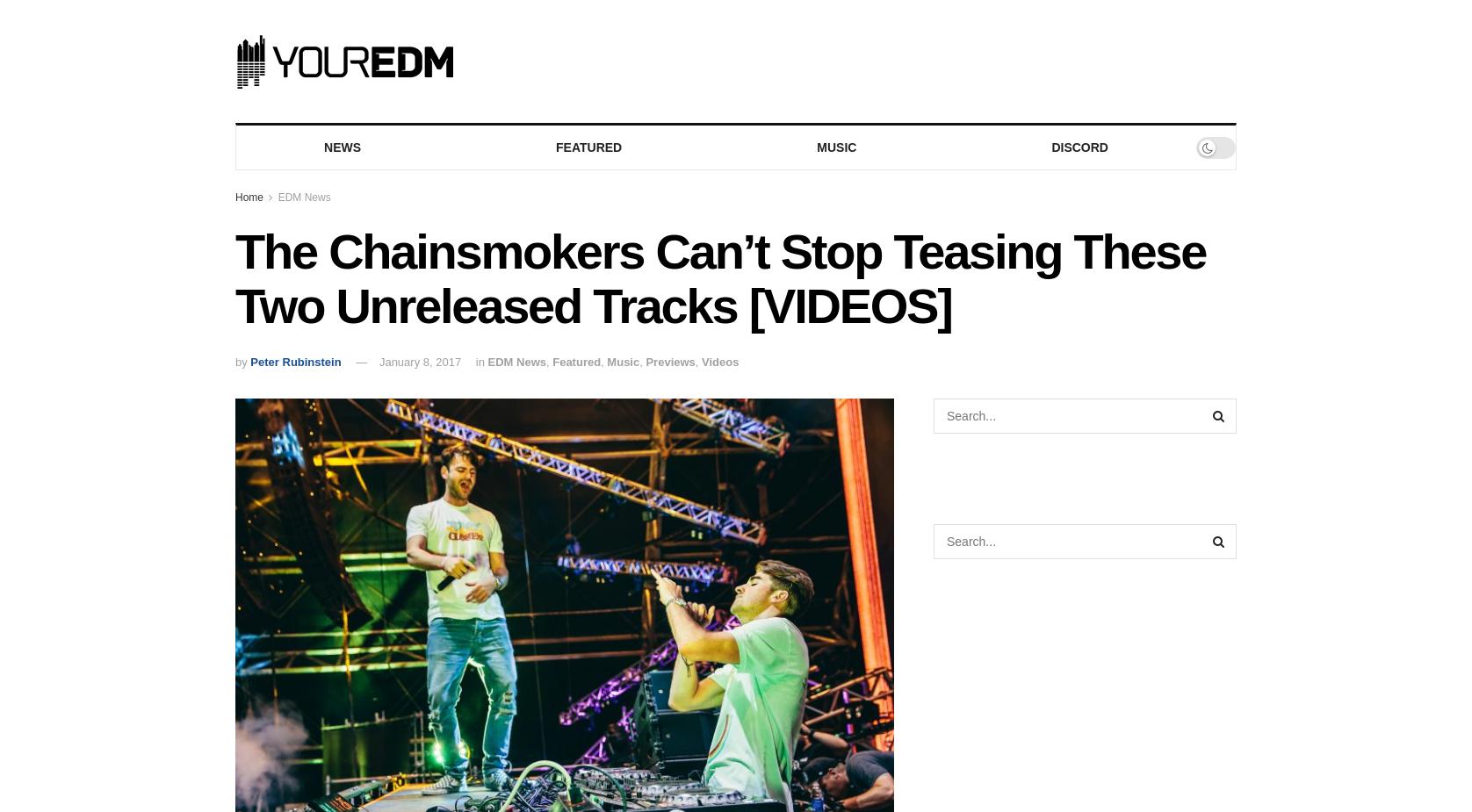  I want to click on 'in', so click(480, 360).